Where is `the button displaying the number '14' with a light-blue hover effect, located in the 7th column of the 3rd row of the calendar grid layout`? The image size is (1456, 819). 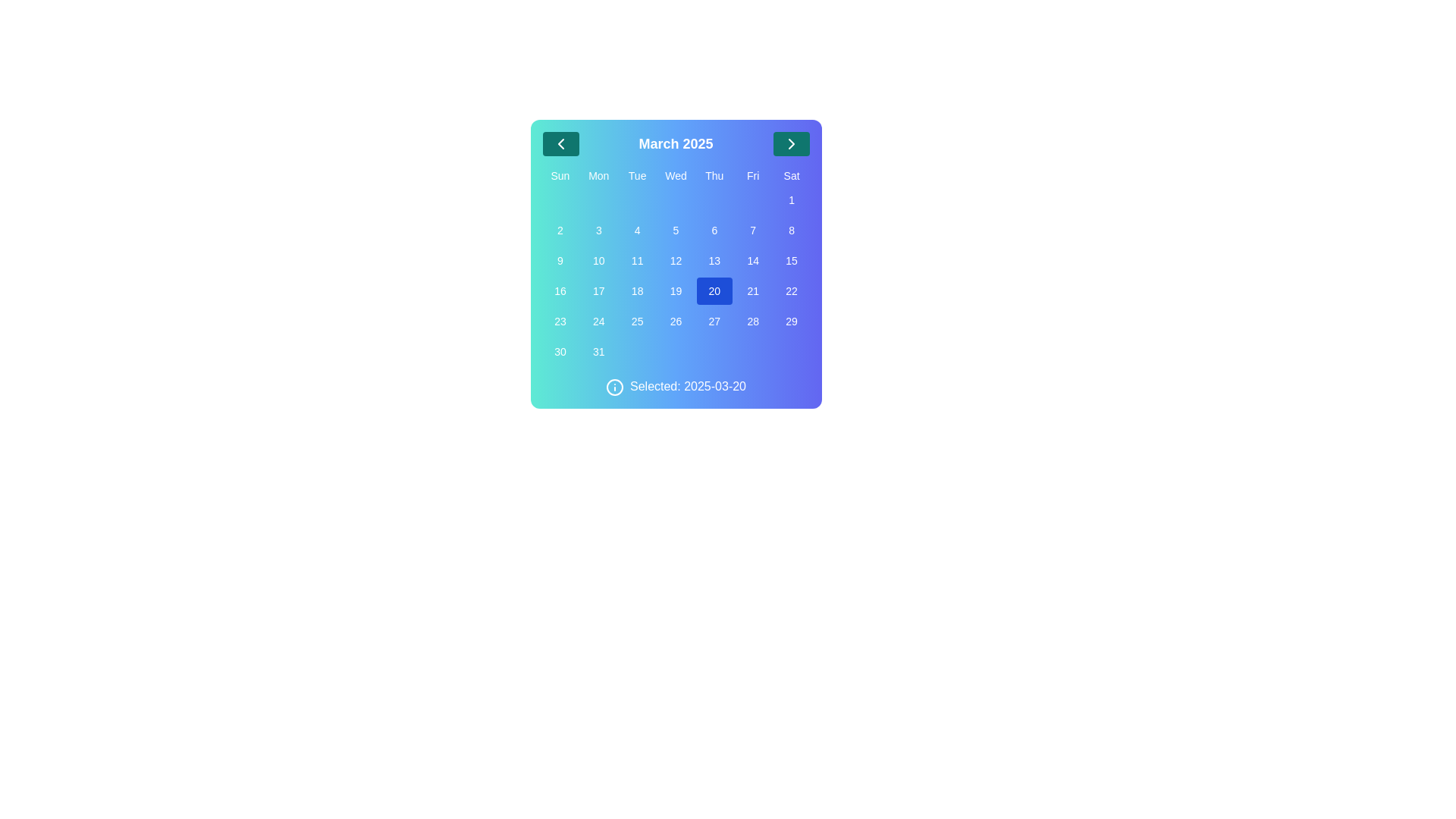
the button displaying the number '14' with a light-blue hover effect, located in the 7th column of the 3rd row of the calendar grid layout is located at coordinates (753, 259).